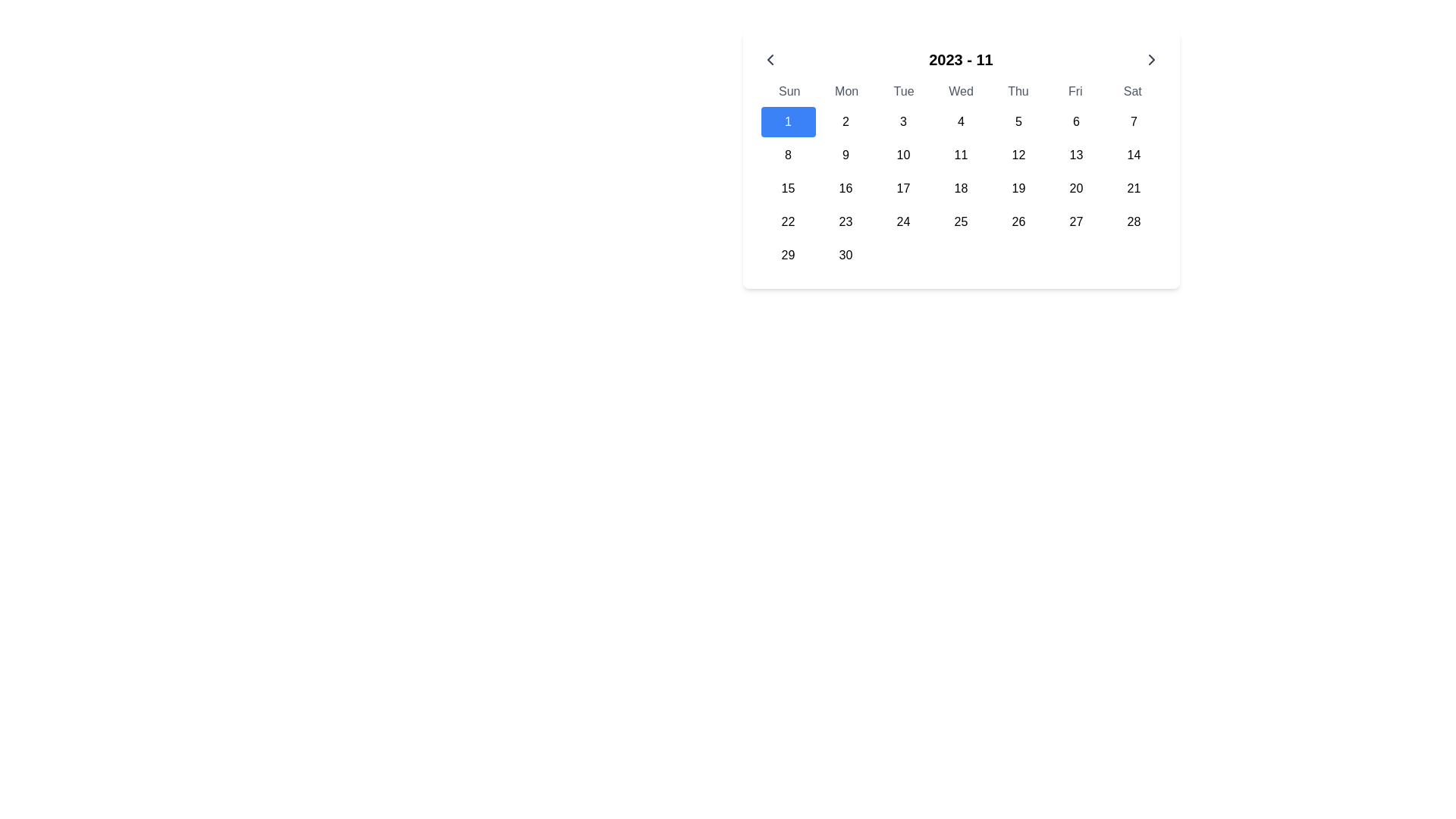 This screenshot has width=1456, height=819. I want to click on the square button labeled '6' in the calendar grid for November 2023, located in the first row and sixth column, which changes to a light gray background when hovered over, so click(1075, 121).